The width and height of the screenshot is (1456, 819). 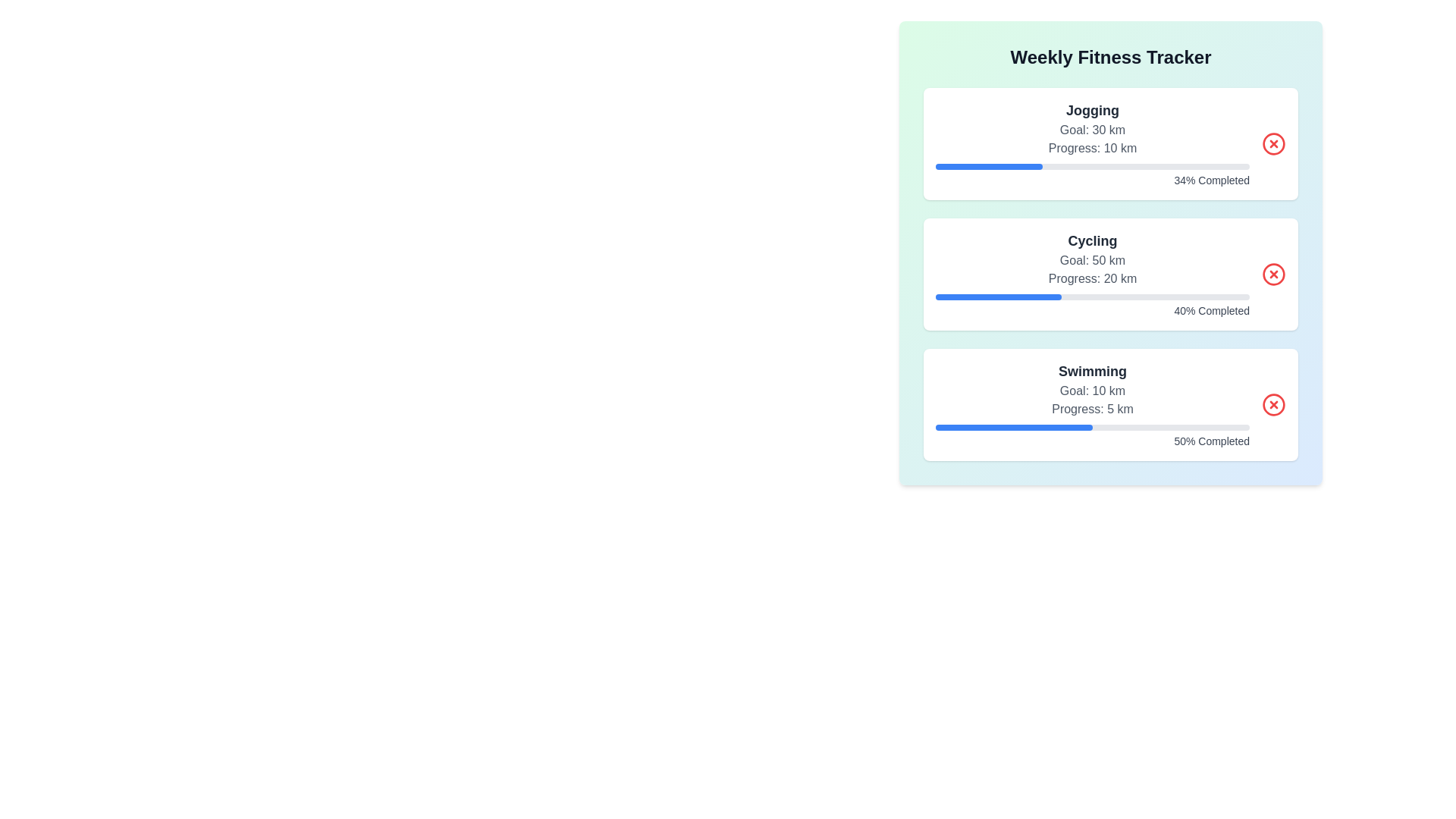 I want to click on the circular red 'X' button located on the right-hand side of the 'Jogging' card in the 'Weekly Fitness Tracker' section, so click(x=1274, y=143).